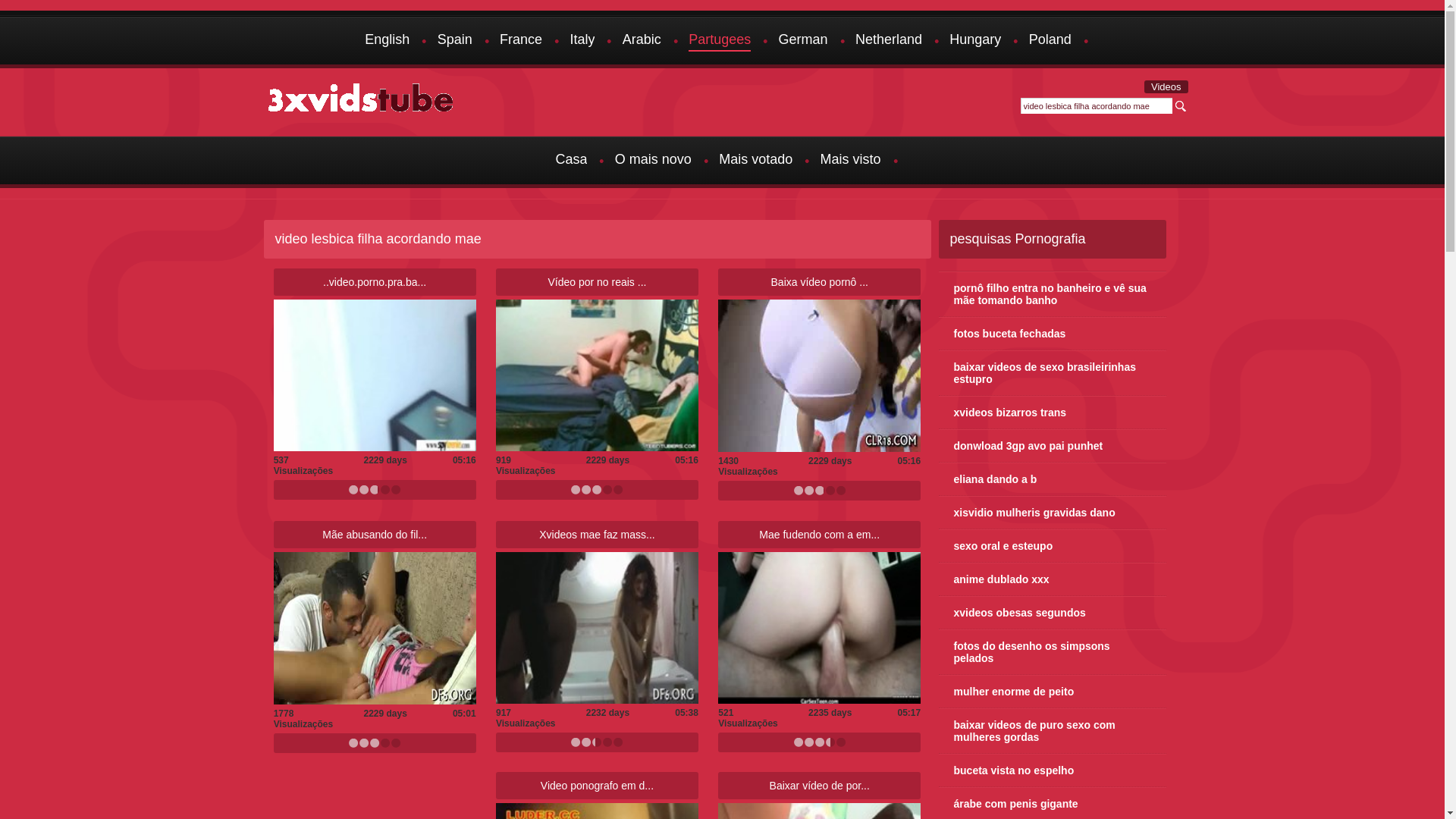  What do you see at coordinates (568, 40) in the screenshot?
I see `'Italy'` at bounding box center [568, 40].